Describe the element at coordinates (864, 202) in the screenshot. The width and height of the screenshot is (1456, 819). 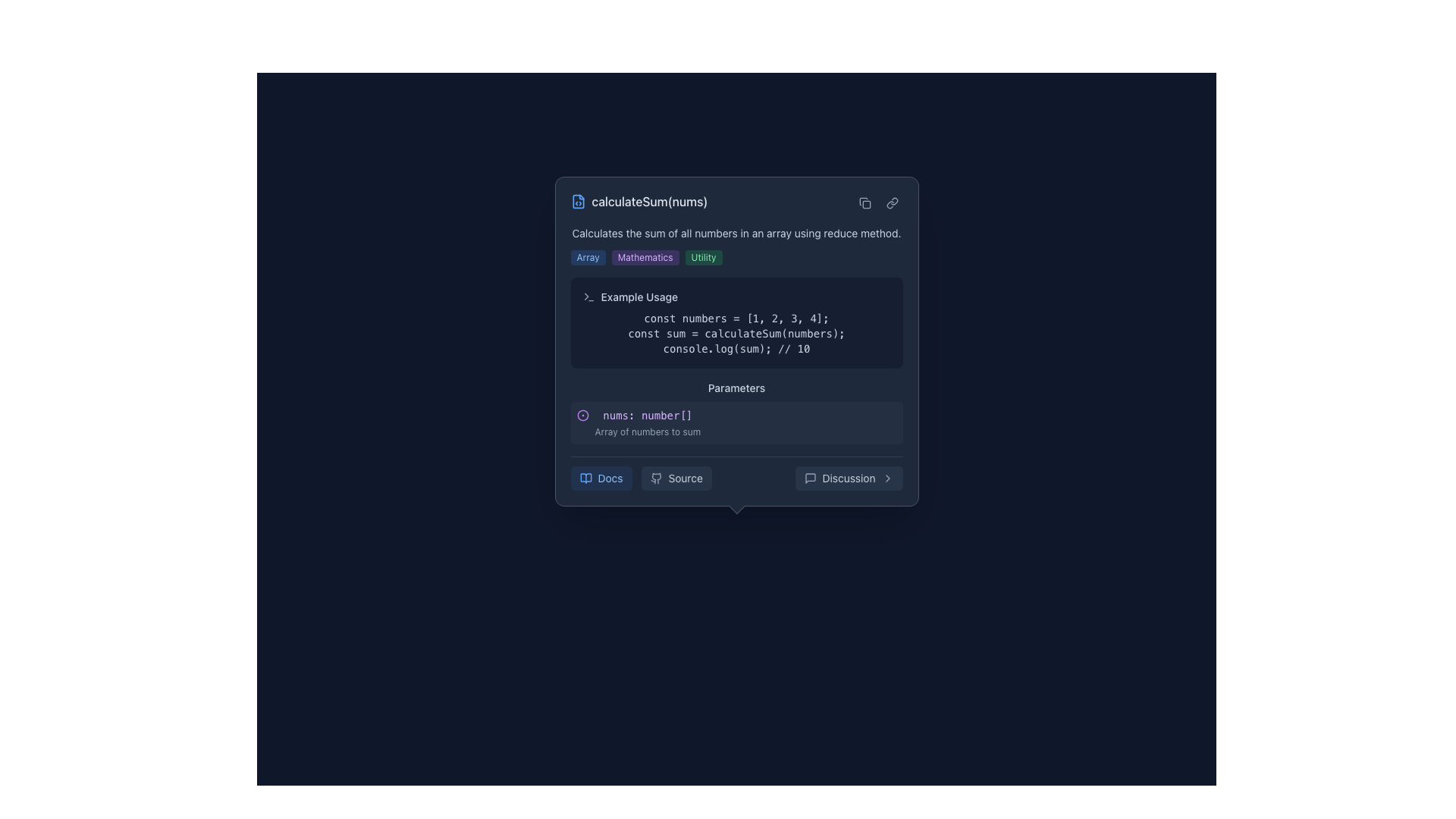
I see `the icon button located in the top-right section of the card-like UI component` at that location.